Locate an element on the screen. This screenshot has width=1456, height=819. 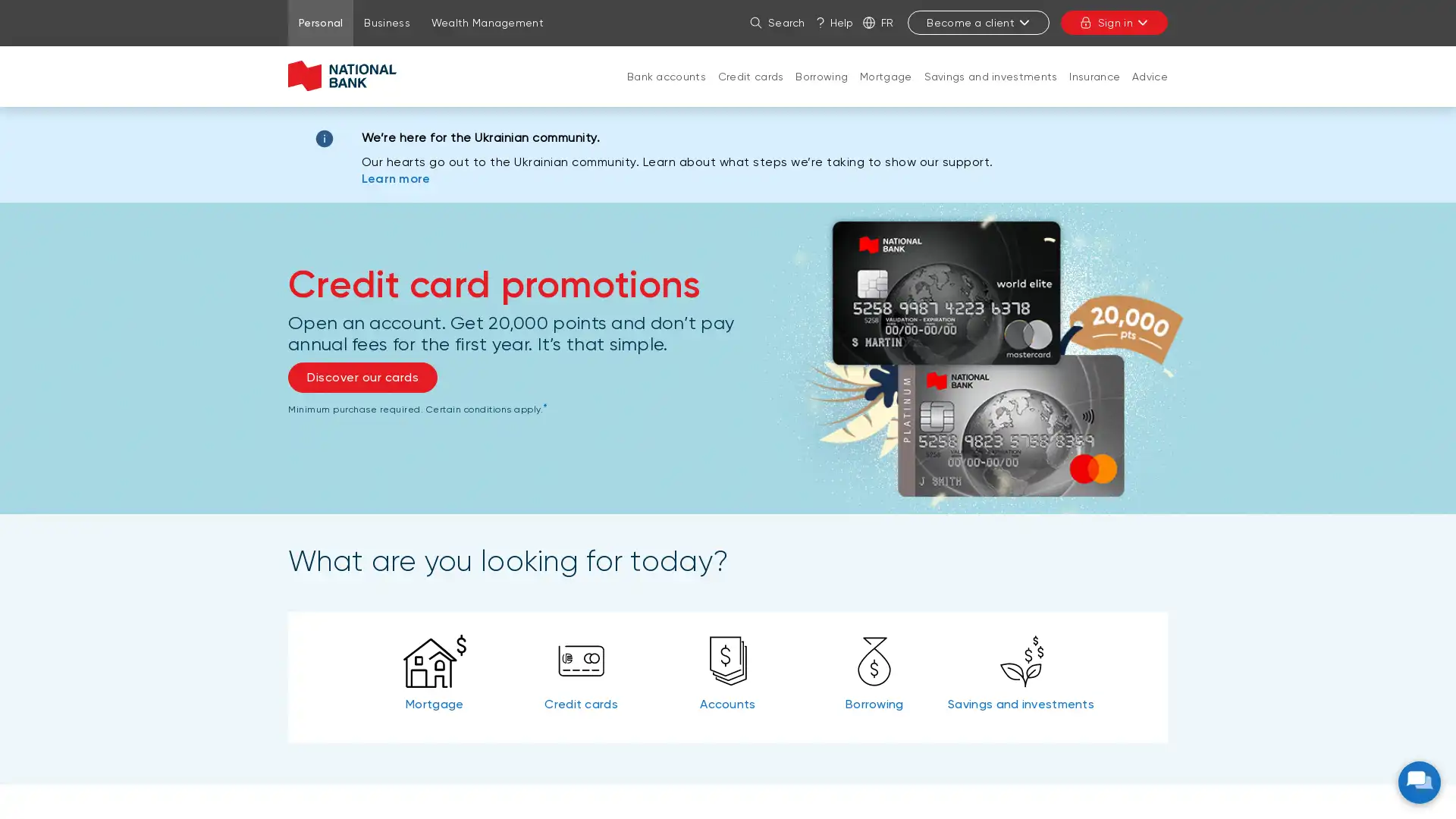
Search on the site is located at coordinates (777, 22).